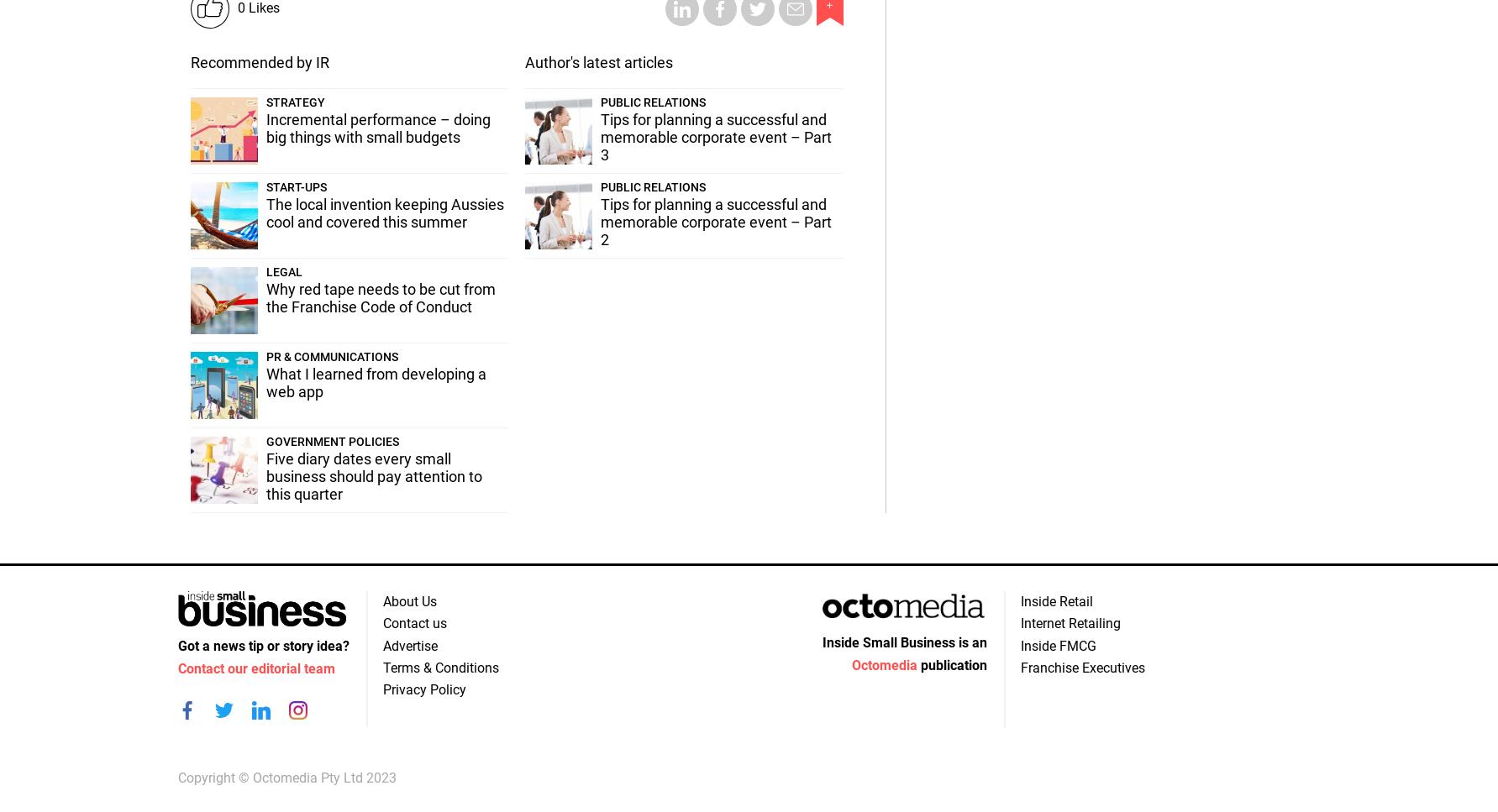 The height and width of the screenshot is (812, 1498). I want to click on 'Legal', so click(282, 270).